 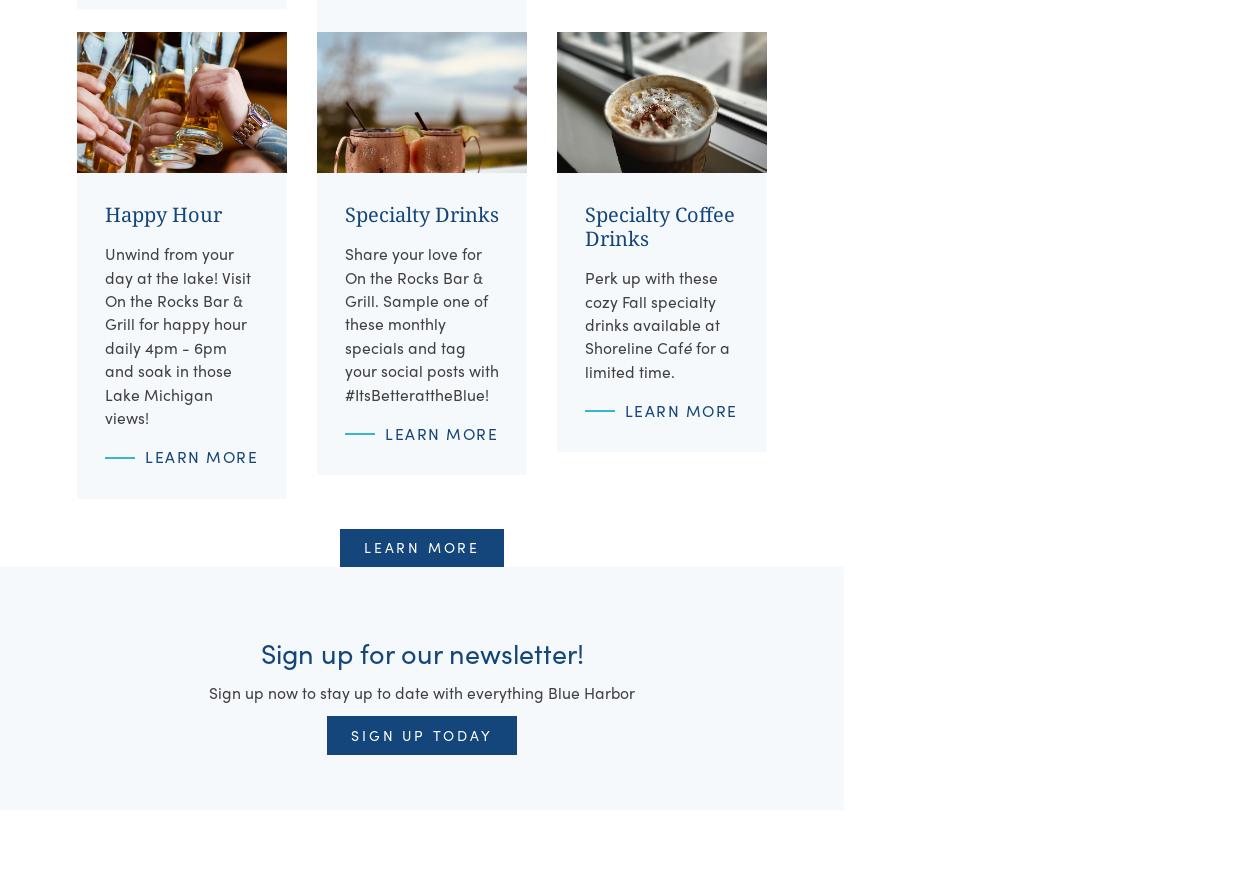 I want to click on 'Perk up with these cozy Fall specialty drinks available at Shoreline Caf', so click(x=584, y=311).